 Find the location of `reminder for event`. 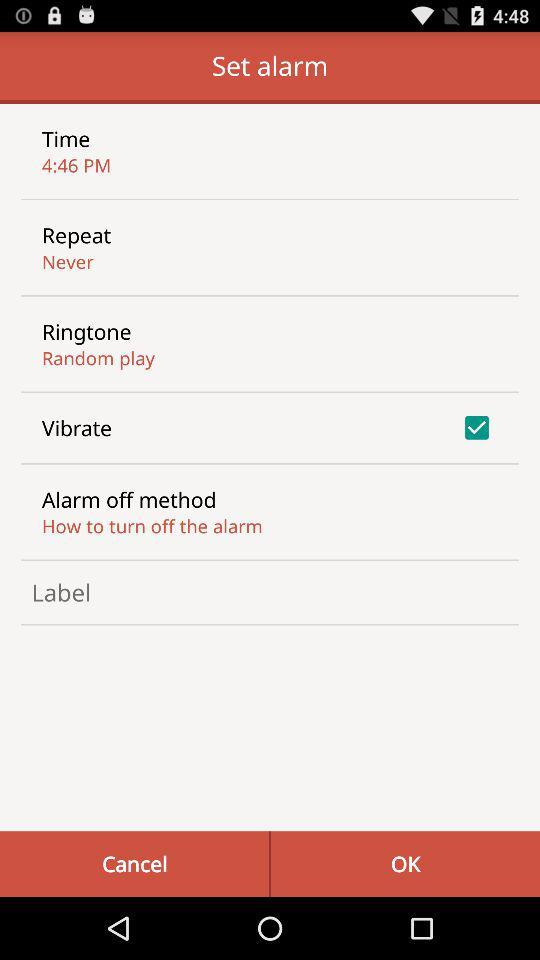

reminder for event is located at coordinates (270, 592).